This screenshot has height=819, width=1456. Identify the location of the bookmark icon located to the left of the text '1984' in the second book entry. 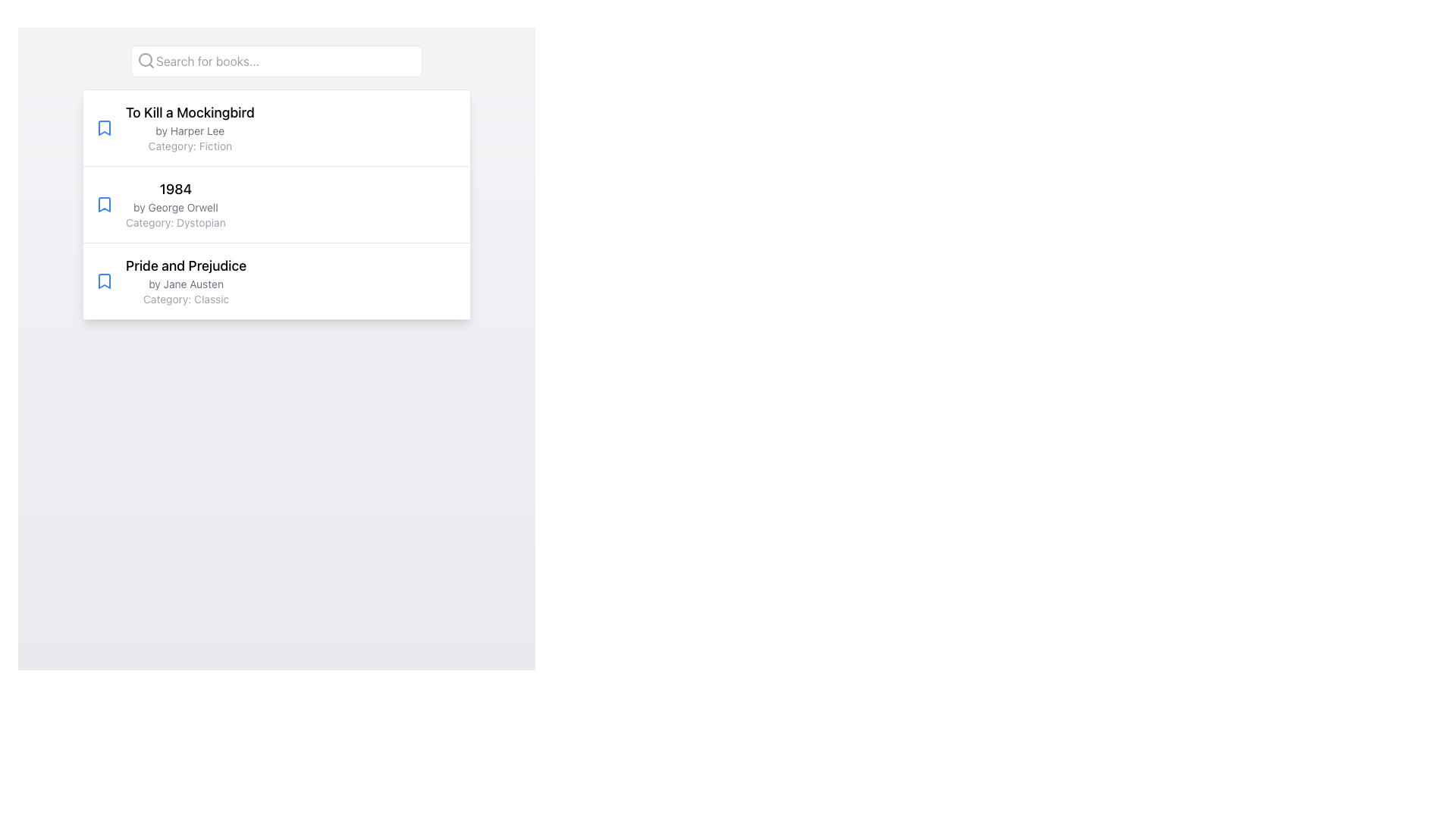
(104, 205).